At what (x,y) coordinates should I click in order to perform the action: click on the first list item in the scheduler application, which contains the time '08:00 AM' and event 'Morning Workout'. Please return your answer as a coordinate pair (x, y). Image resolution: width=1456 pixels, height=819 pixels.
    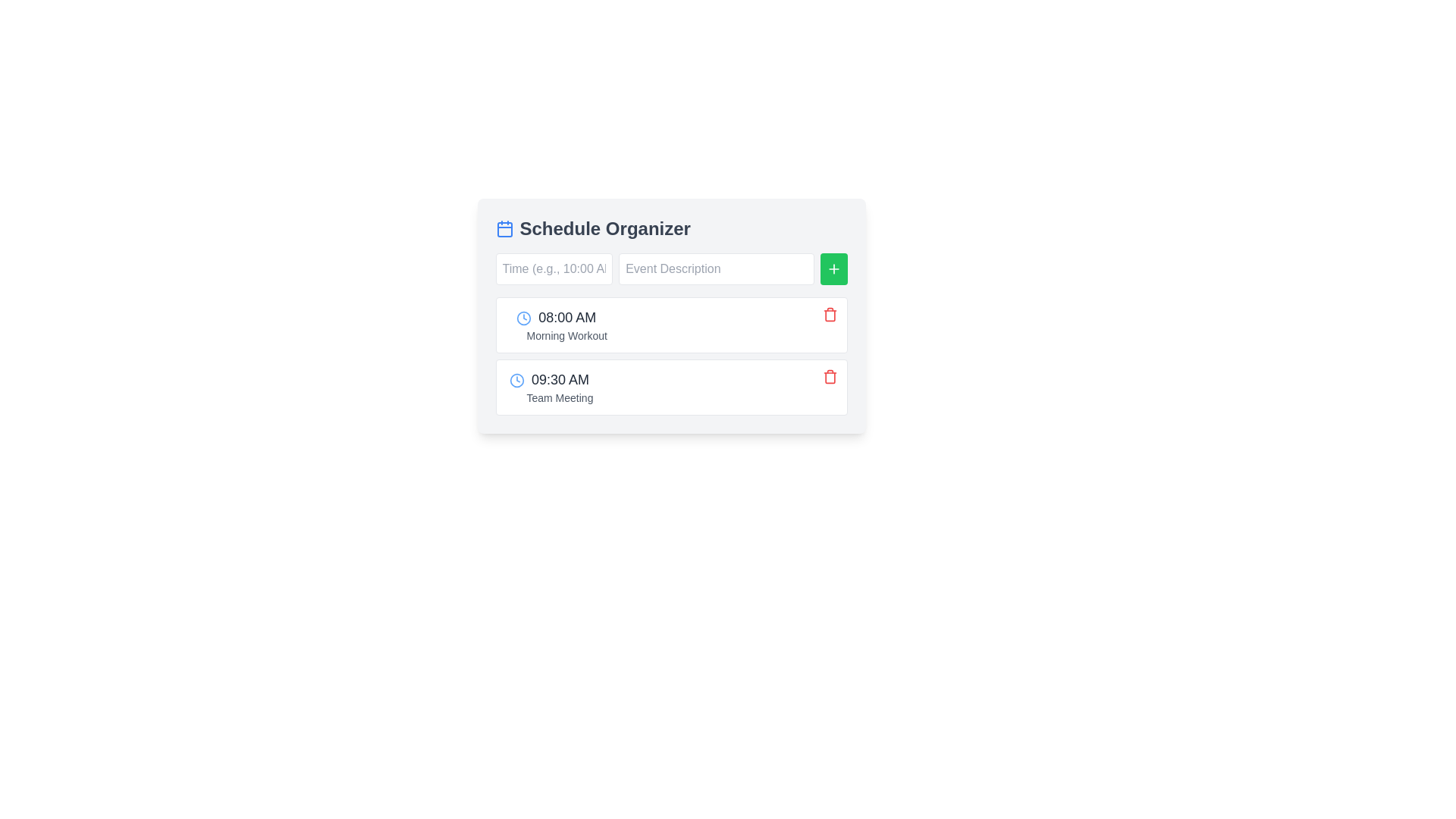
    Looking at the image, I should click on (670, 324).